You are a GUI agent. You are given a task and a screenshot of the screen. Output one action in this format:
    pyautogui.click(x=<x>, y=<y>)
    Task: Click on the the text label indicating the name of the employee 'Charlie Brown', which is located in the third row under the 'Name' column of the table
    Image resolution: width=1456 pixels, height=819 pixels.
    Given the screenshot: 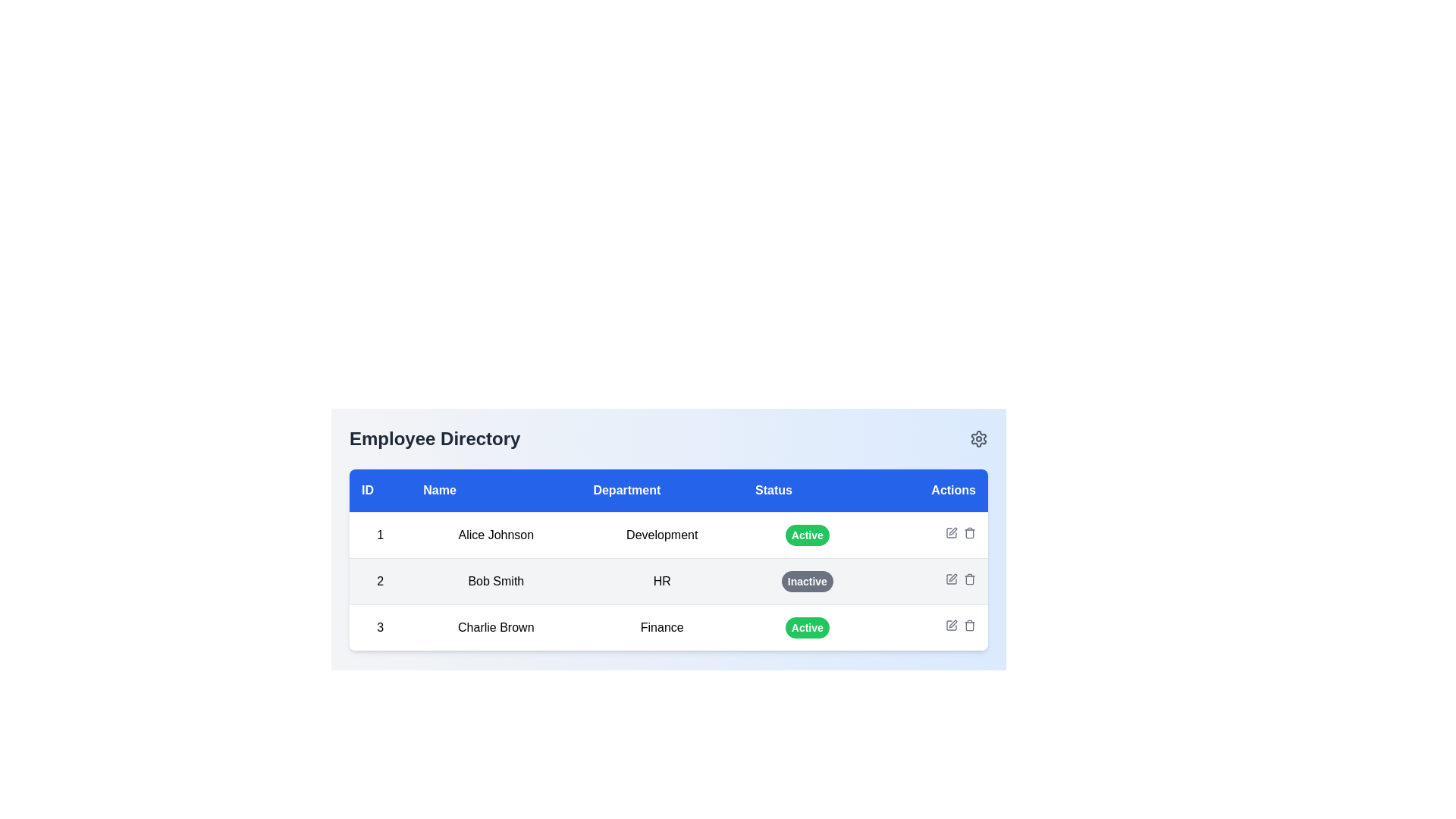 What is the action you would take?
    pyautogui.click(x=496, y=627)
    